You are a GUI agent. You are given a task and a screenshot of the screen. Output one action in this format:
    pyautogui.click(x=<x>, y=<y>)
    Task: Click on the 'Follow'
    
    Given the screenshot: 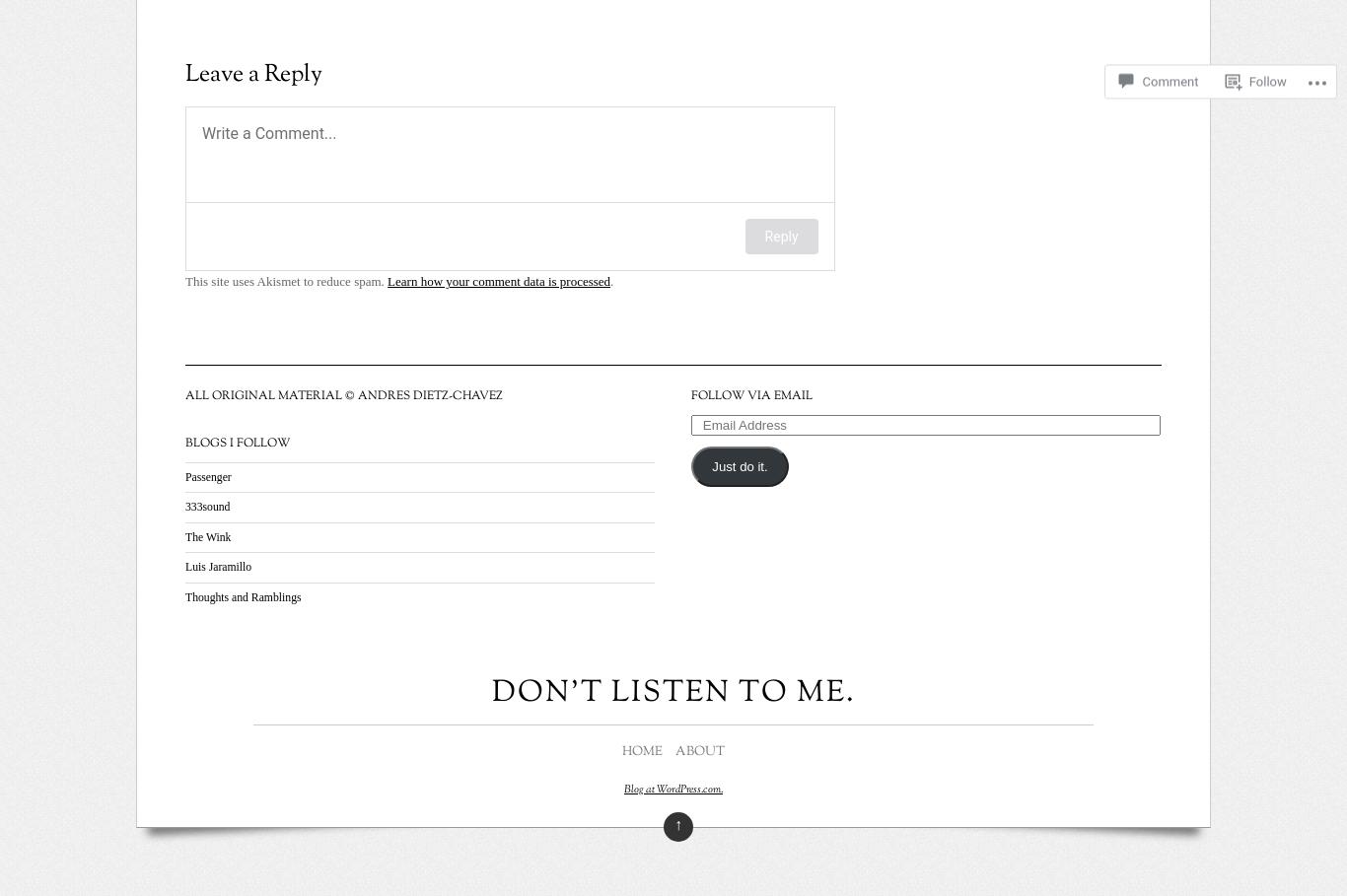 What is the action you would take?
    pyautogui.click(x=1265, y=62)
    